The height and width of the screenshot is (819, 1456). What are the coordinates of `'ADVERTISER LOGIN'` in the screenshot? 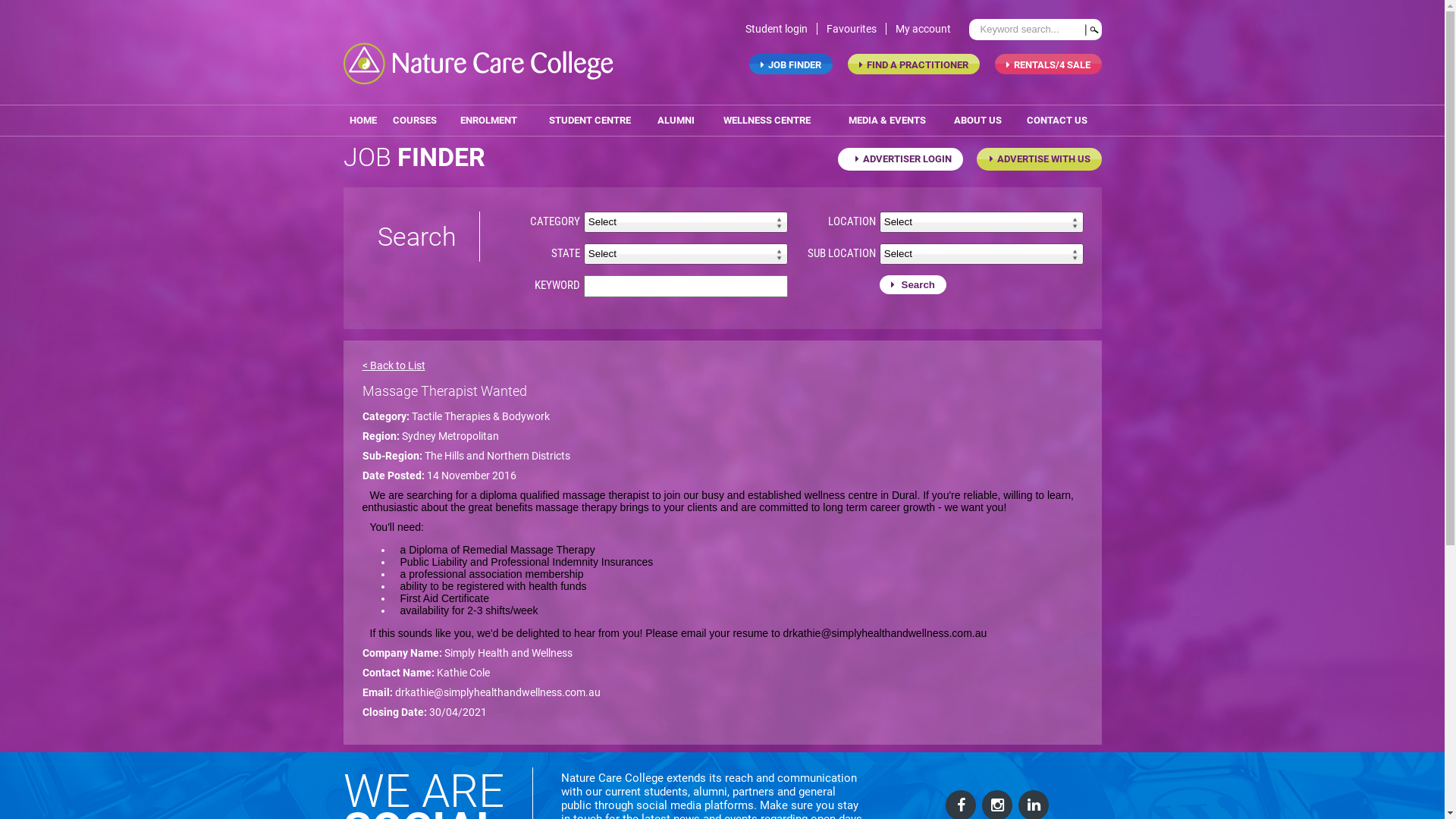 It's located at (899, 158).